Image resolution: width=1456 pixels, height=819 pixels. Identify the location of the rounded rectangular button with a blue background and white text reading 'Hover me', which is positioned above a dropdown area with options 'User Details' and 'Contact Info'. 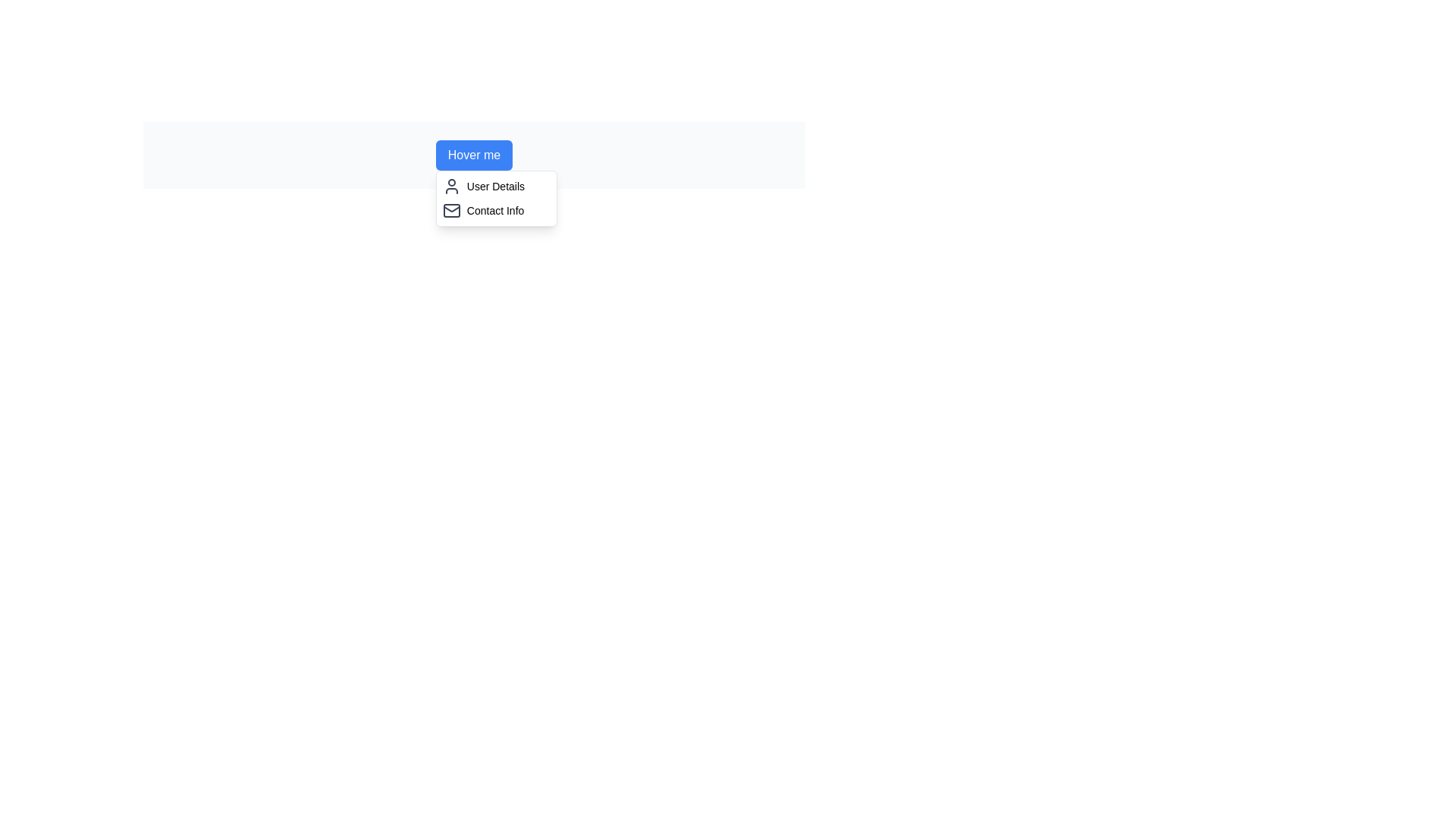
(473, 155).